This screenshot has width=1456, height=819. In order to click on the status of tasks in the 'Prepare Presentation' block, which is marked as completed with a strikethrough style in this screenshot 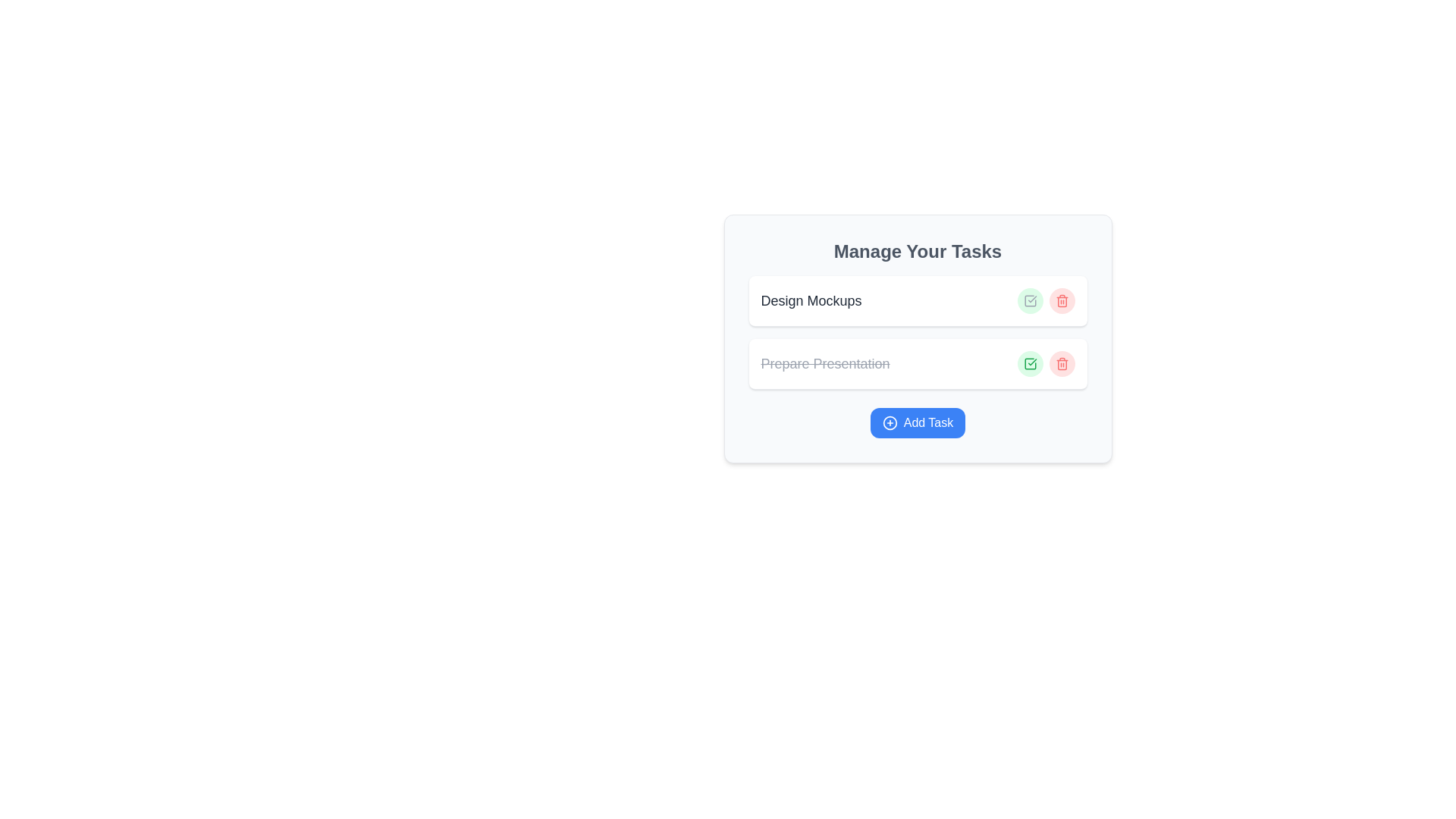, I will do `click(917, 332)`.